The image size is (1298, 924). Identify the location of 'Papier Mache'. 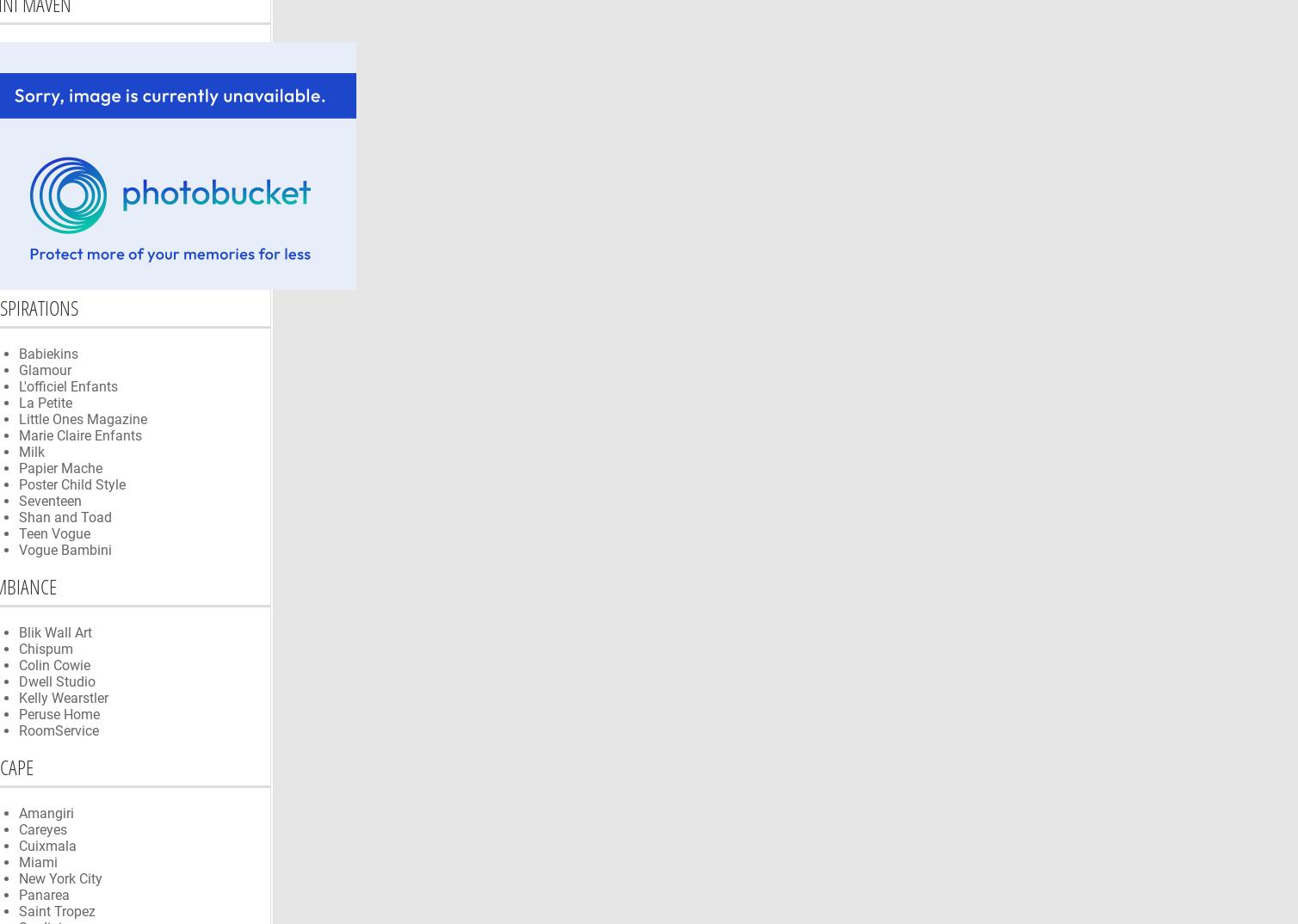
(19, 466).